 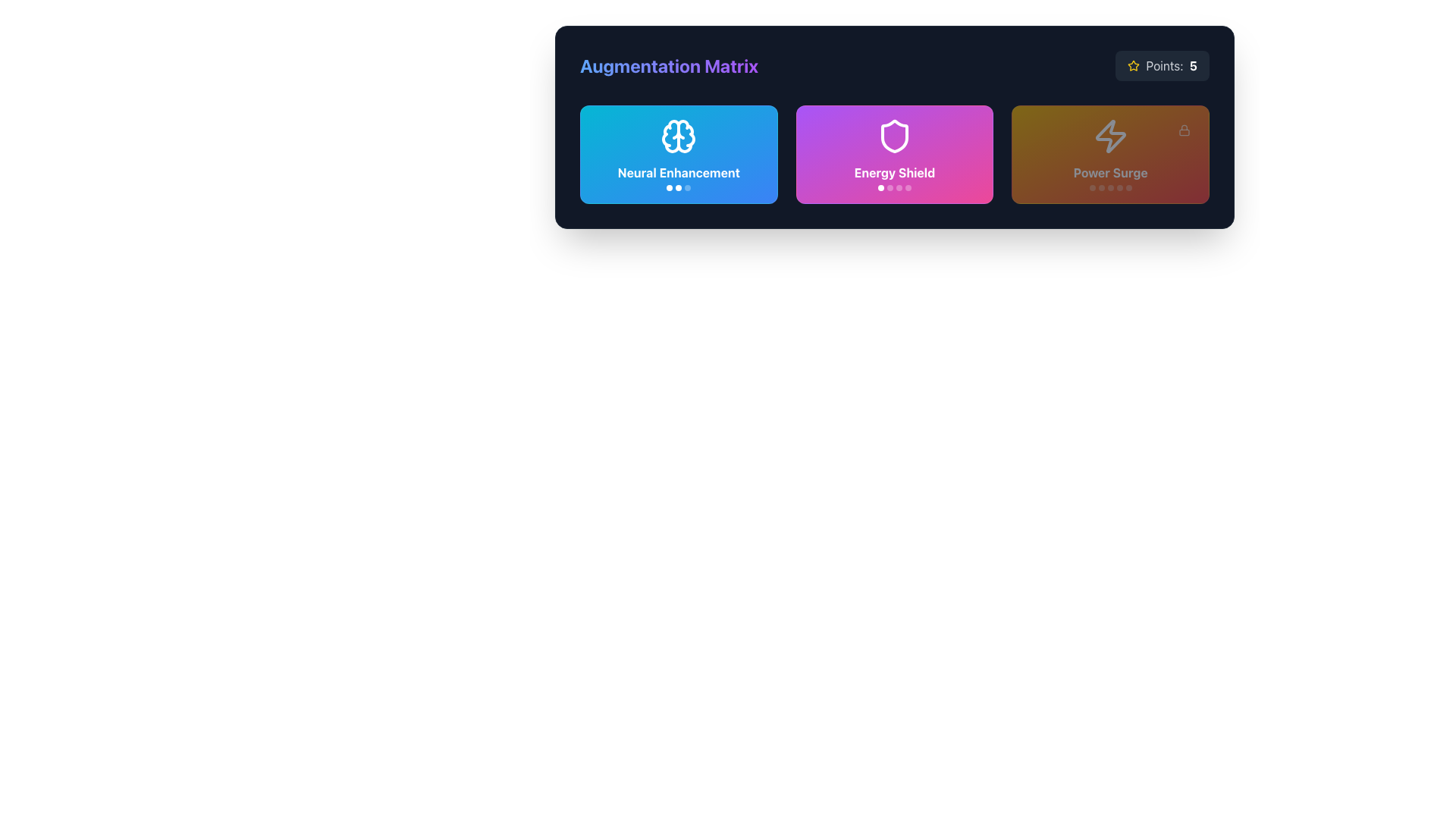 I want to click on the 'Energy Shield' card, which is the second card in a horizontal grid of three cards within the 'Augmentation Matrix', so click(x=895, y=127).